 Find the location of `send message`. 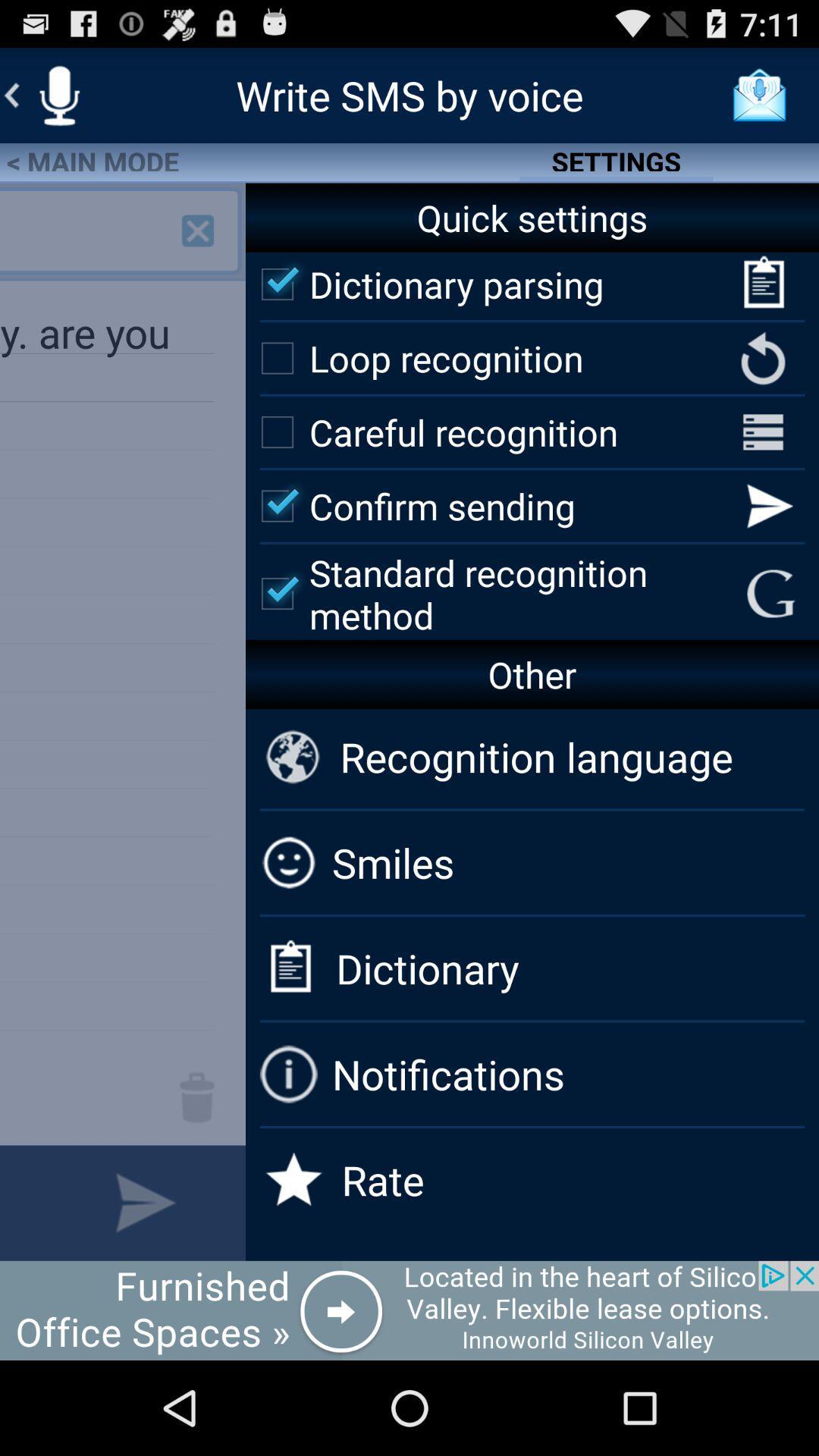

send message is located at coordinates (146, 1202).